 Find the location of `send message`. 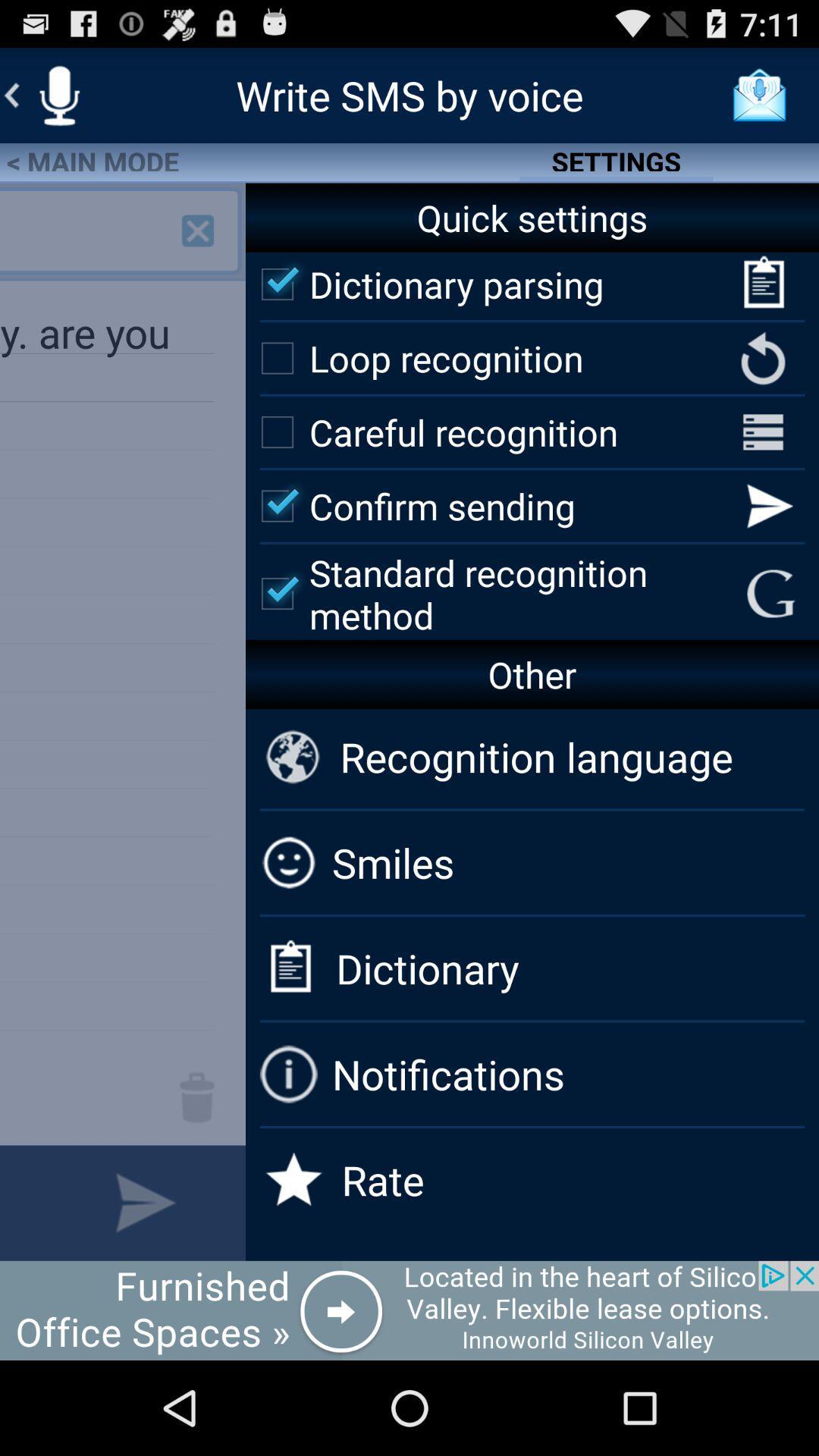

send message is located at coordinates (146, 1202).